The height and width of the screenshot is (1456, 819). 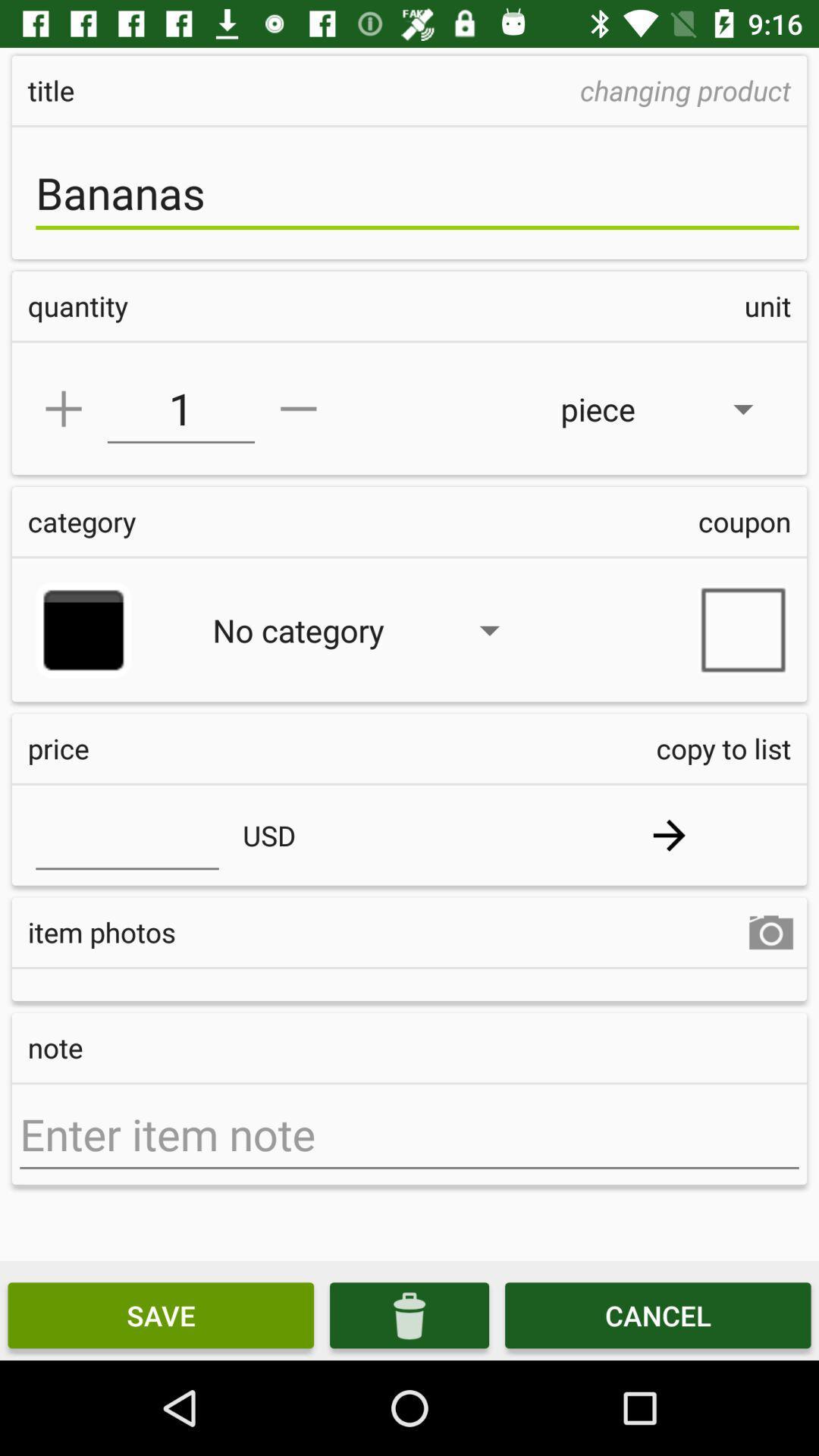 What do you see at coordinates (668, 834) in the screenshot?
I see `copy to list` at bounding box center [668, 834].